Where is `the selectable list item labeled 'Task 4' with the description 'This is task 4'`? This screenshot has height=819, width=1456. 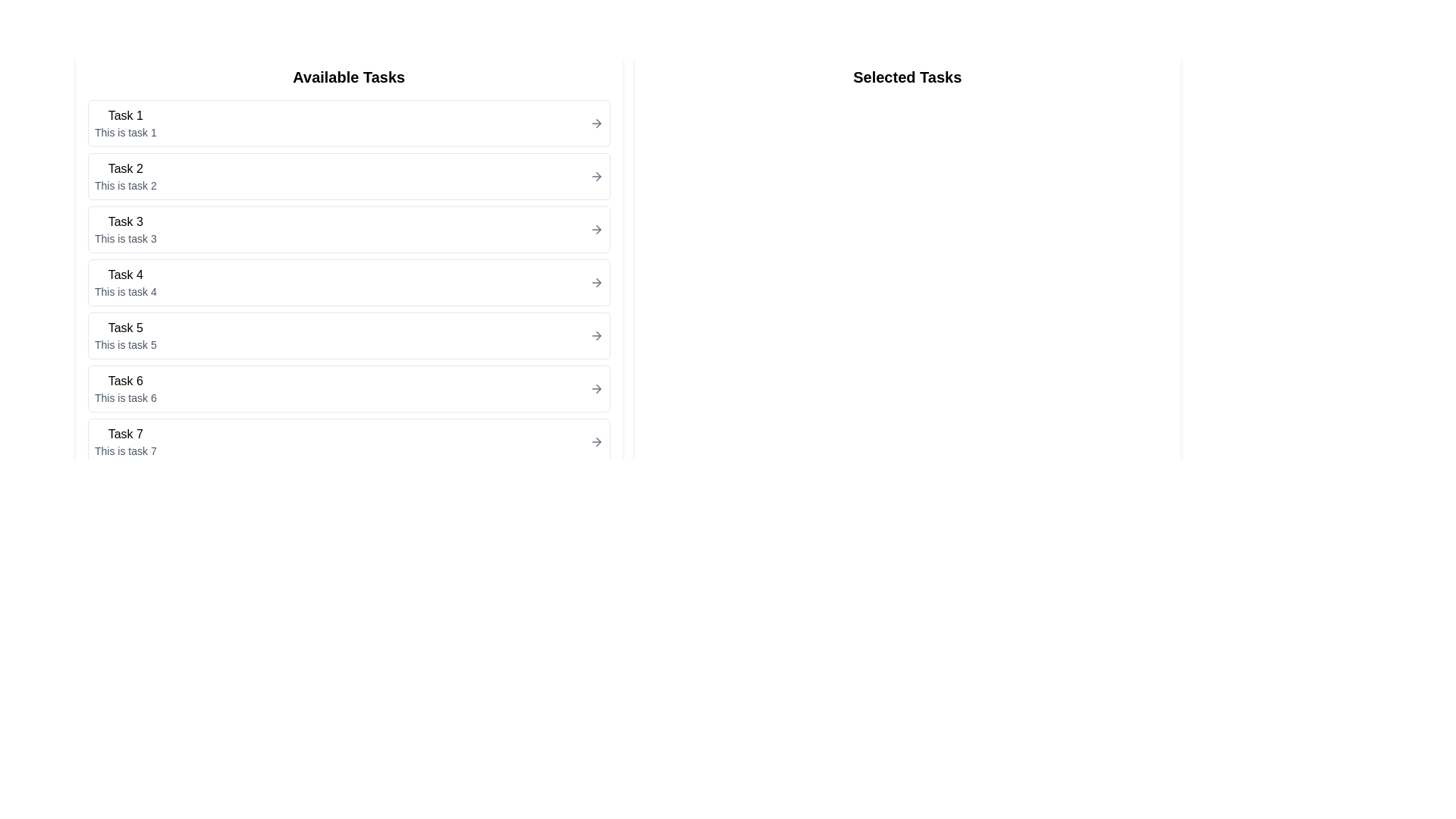
the selectable list item labeled 'Task 4' with the description 'This is task 4' is located at coordinates (348, 283).